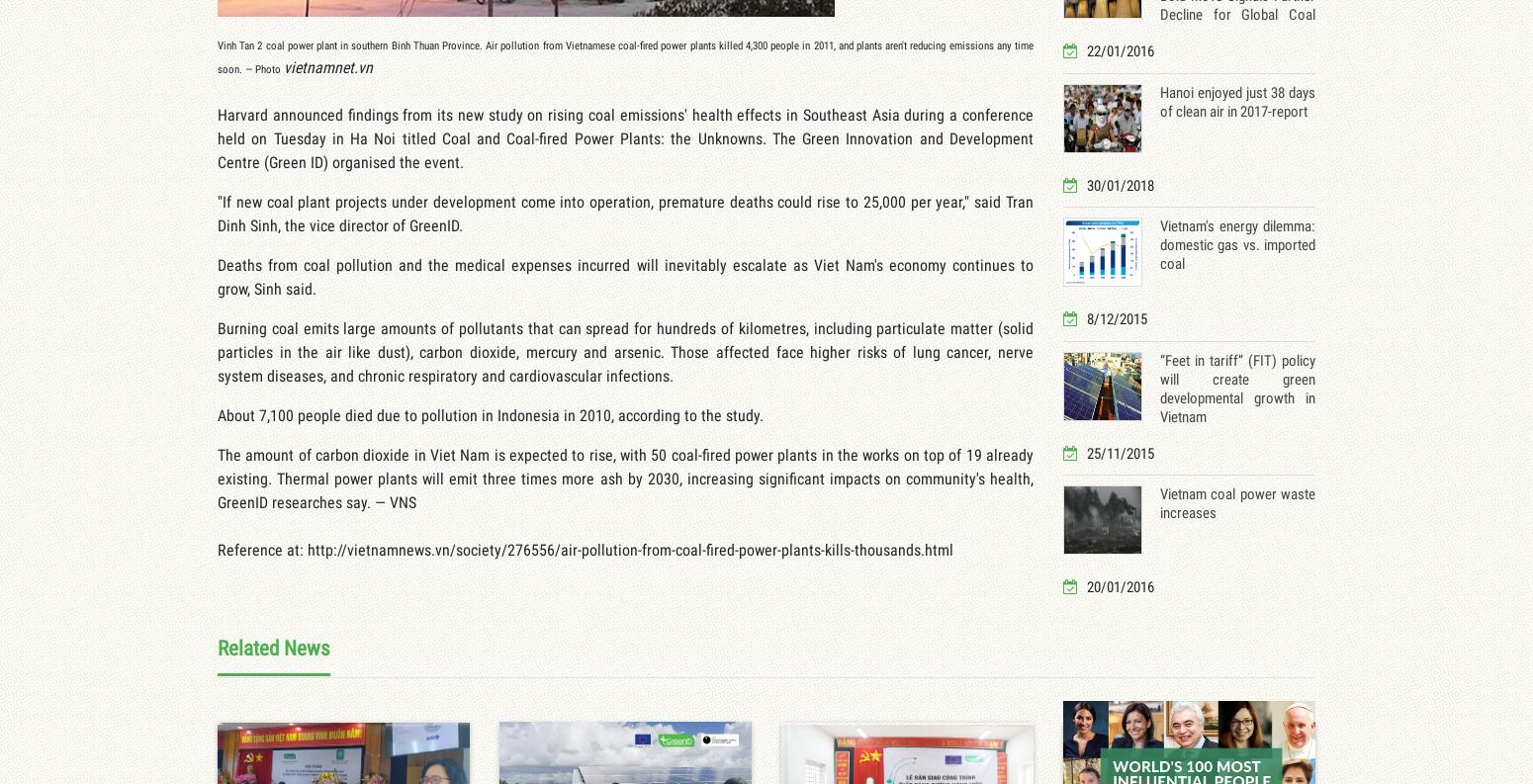  What do you see at coordinates (1120, 183) in the screenshot?
I see `'30/01/2018'` at bounding box center [1120, 183].